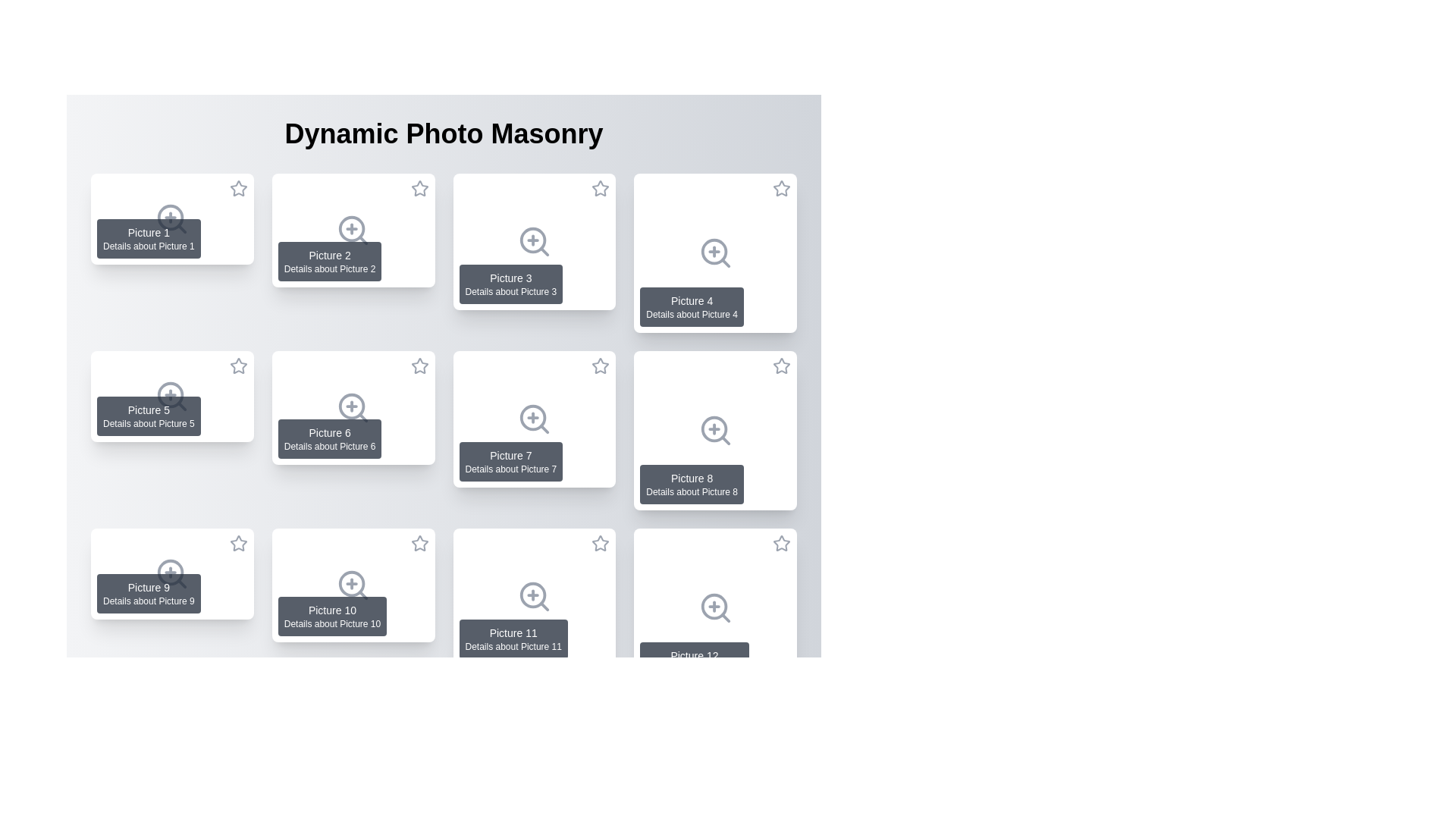  Describe the element at coordinates (237, 190) in the screenshot. I see `the grayish hollow star icon located in the upper-right corner of the 'Picture 1' card` at that location.